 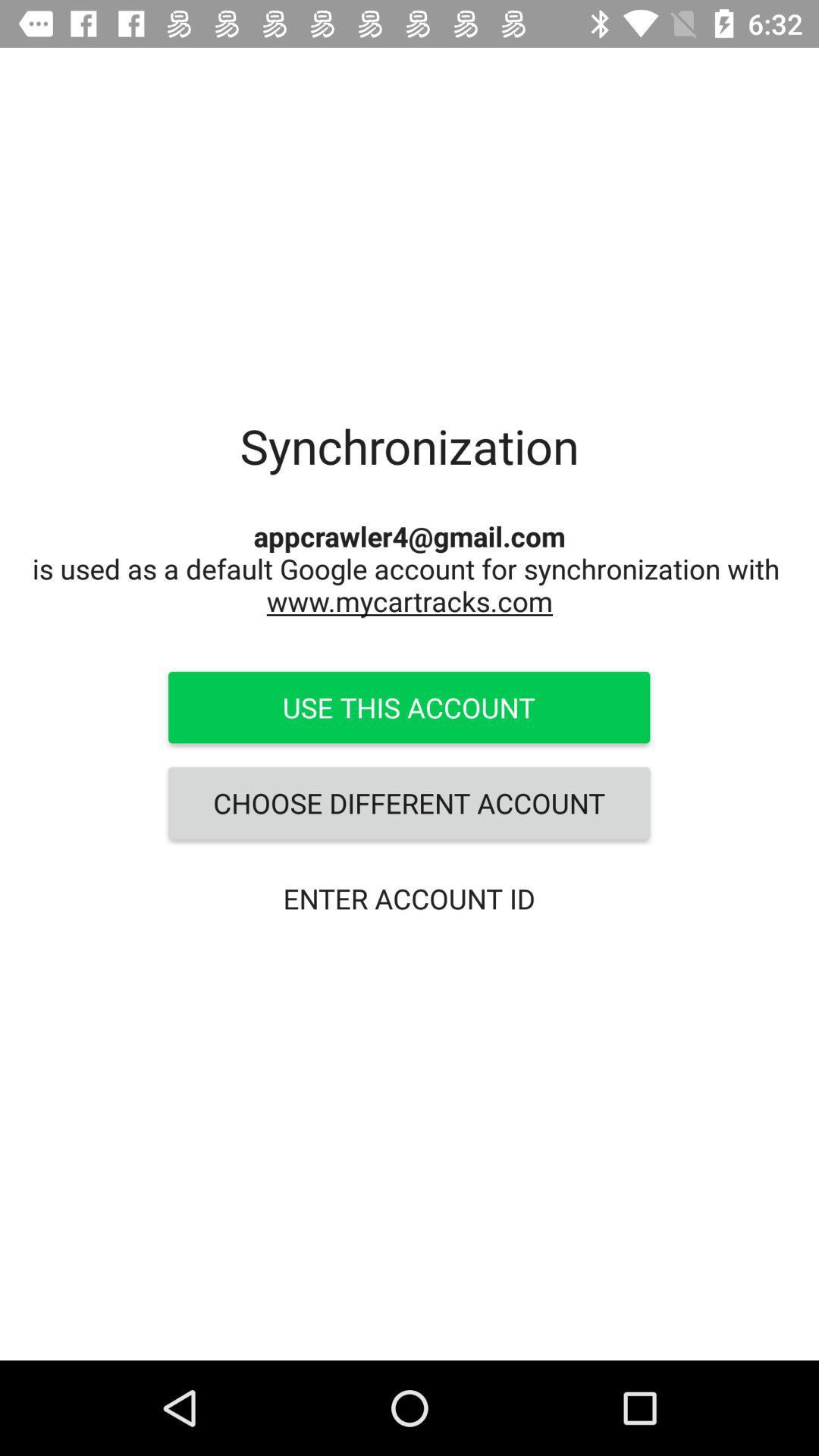 What do you see at coordinates (408, 802) in the screenshot?
I see `icon above the enter account id icon` at bounding box center [408, 802].